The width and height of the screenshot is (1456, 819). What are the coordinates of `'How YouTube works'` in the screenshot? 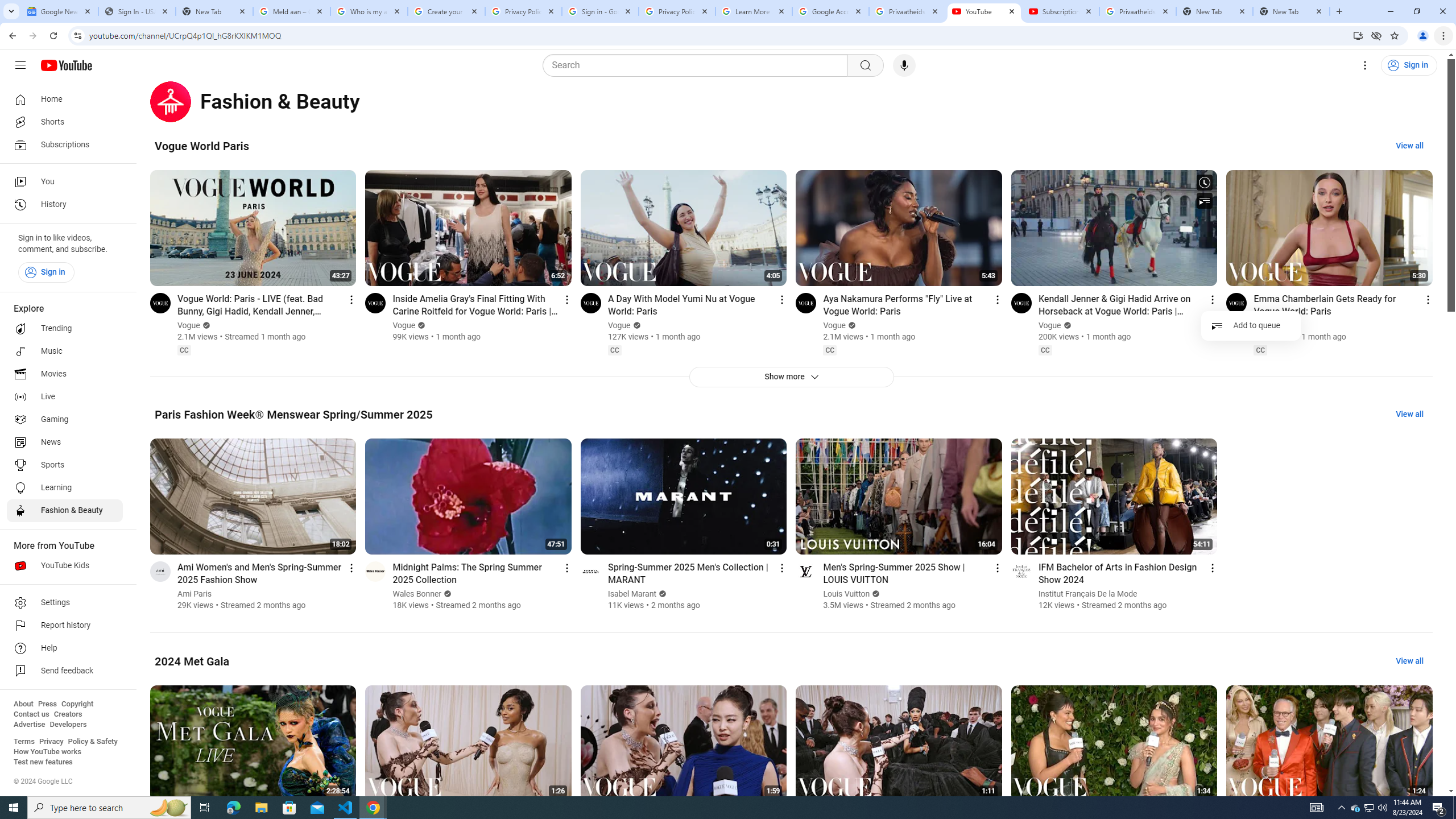 It's located at (47, 751).